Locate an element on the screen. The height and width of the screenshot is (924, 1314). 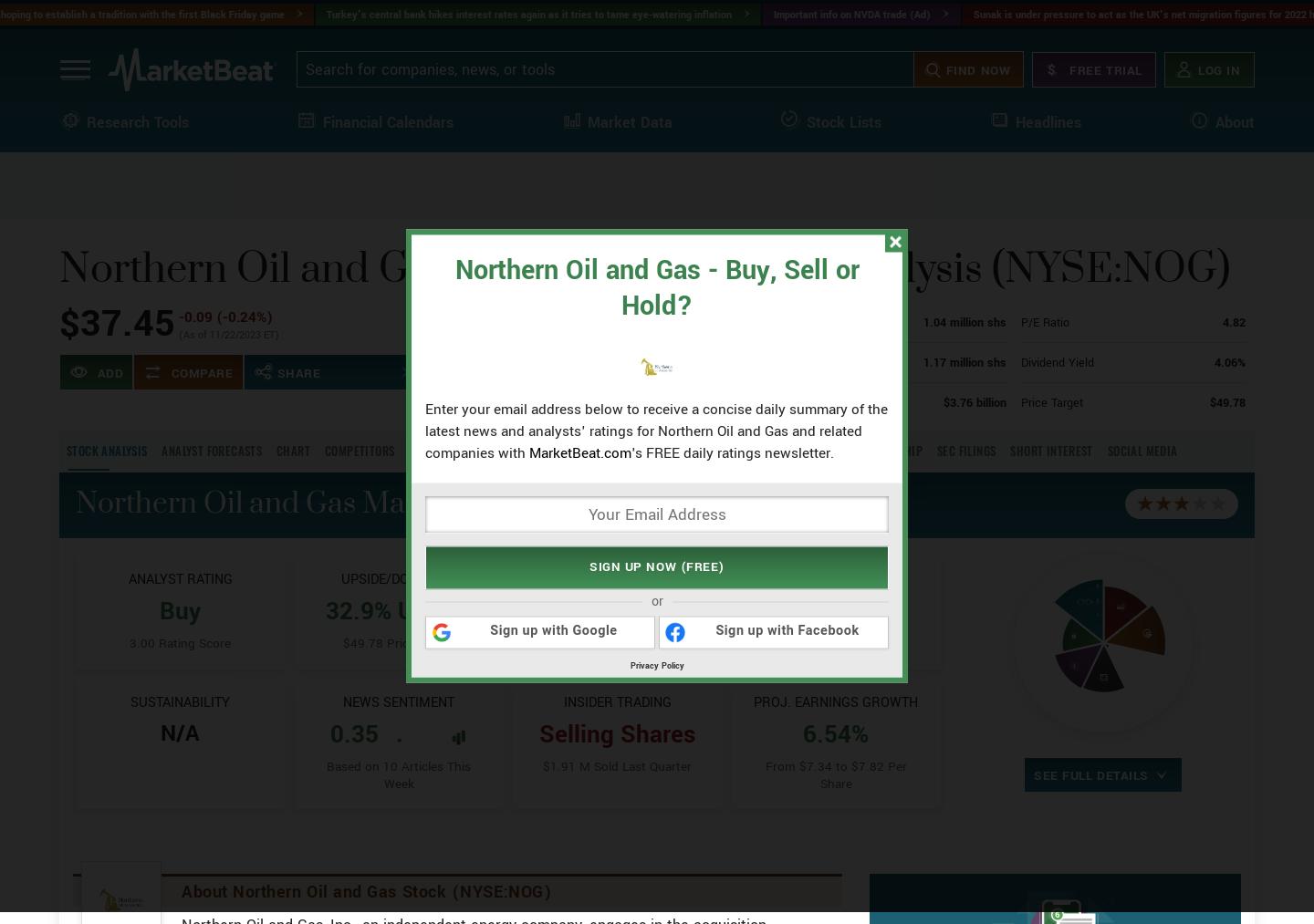
'32.9% Upside' is located at coordinates (398, 677).